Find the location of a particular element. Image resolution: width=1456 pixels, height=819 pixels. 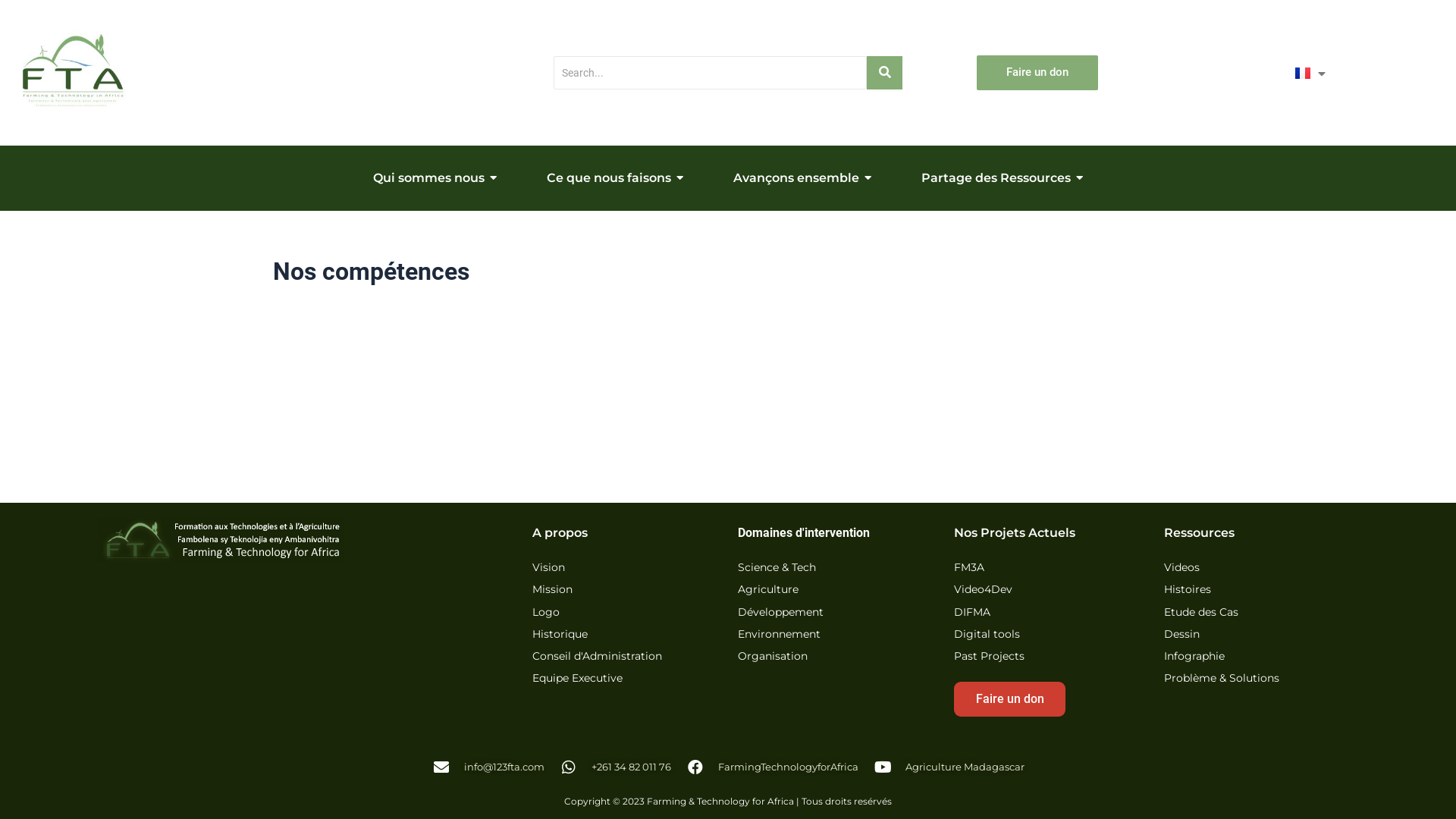

'Past Projects' is located at coordinates (989, 656).